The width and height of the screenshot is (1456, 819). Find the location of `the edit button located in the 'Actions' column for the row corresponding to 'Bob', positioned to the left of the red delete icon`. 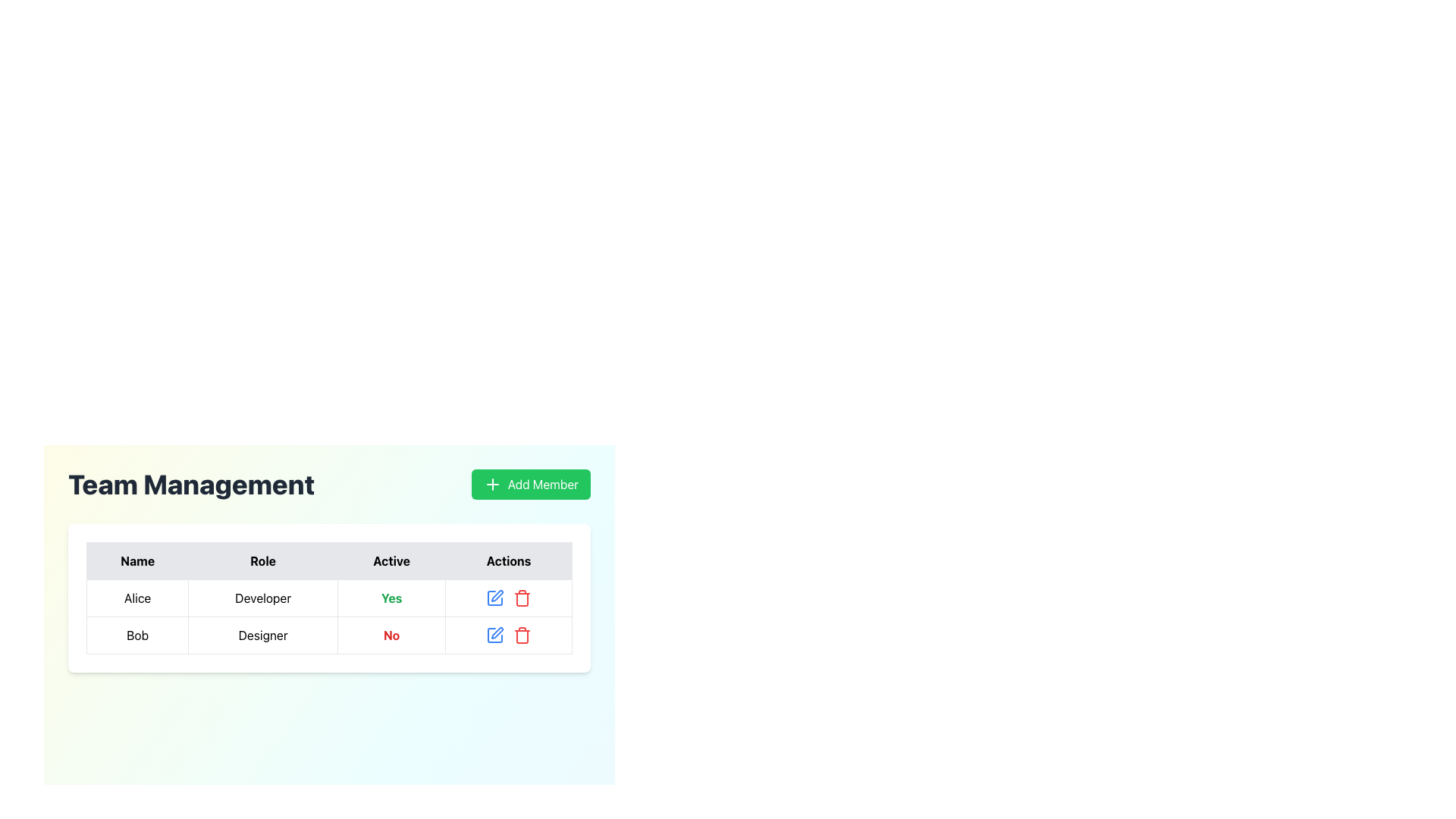

the edit button located in the 'Actions' column for the row corresponding to 'Bob', positioned to the left of the red delete icon is located at coordinates (495, 635).